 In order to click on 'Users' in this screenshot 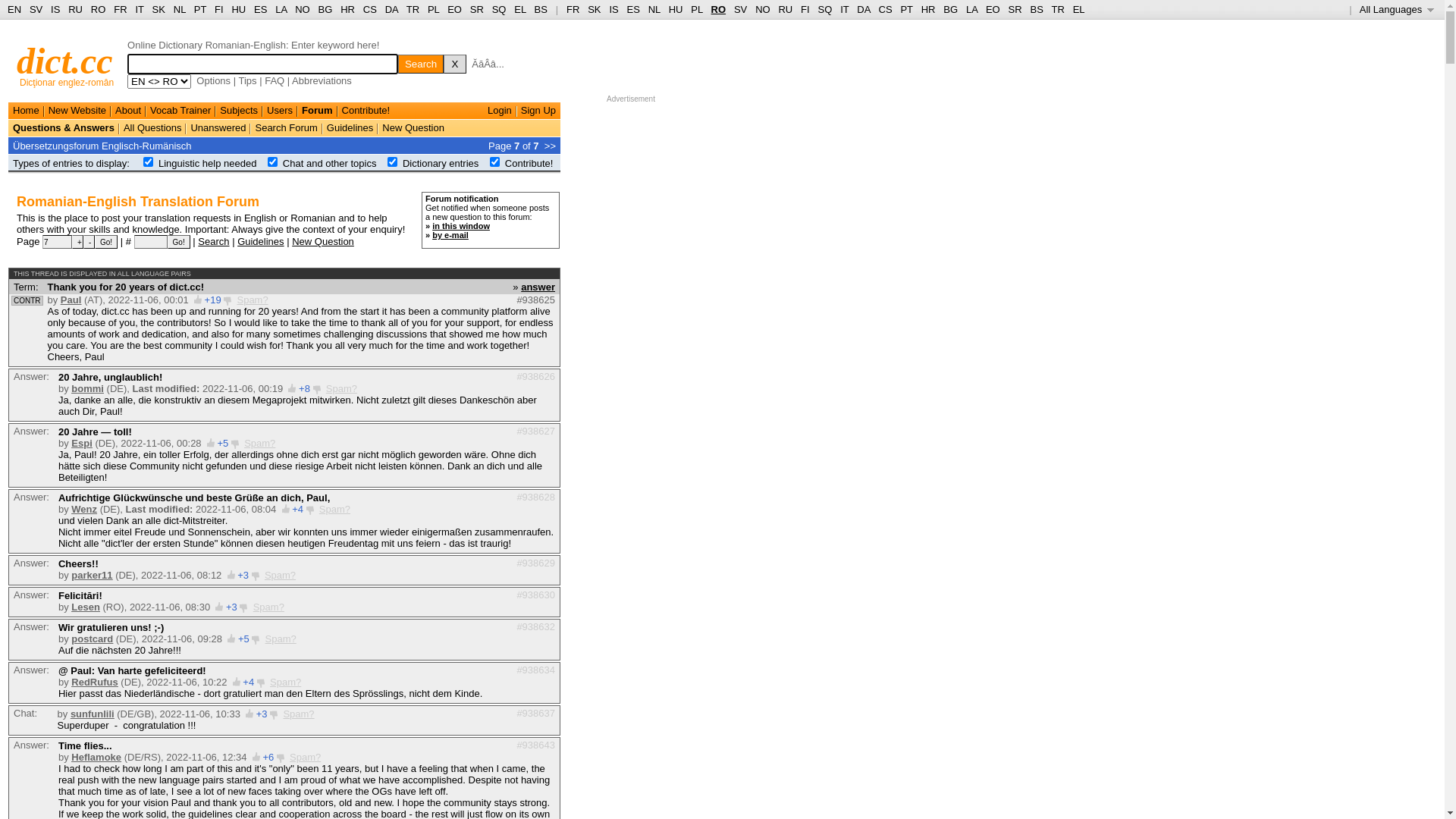, I will do `click(280, 109)`.